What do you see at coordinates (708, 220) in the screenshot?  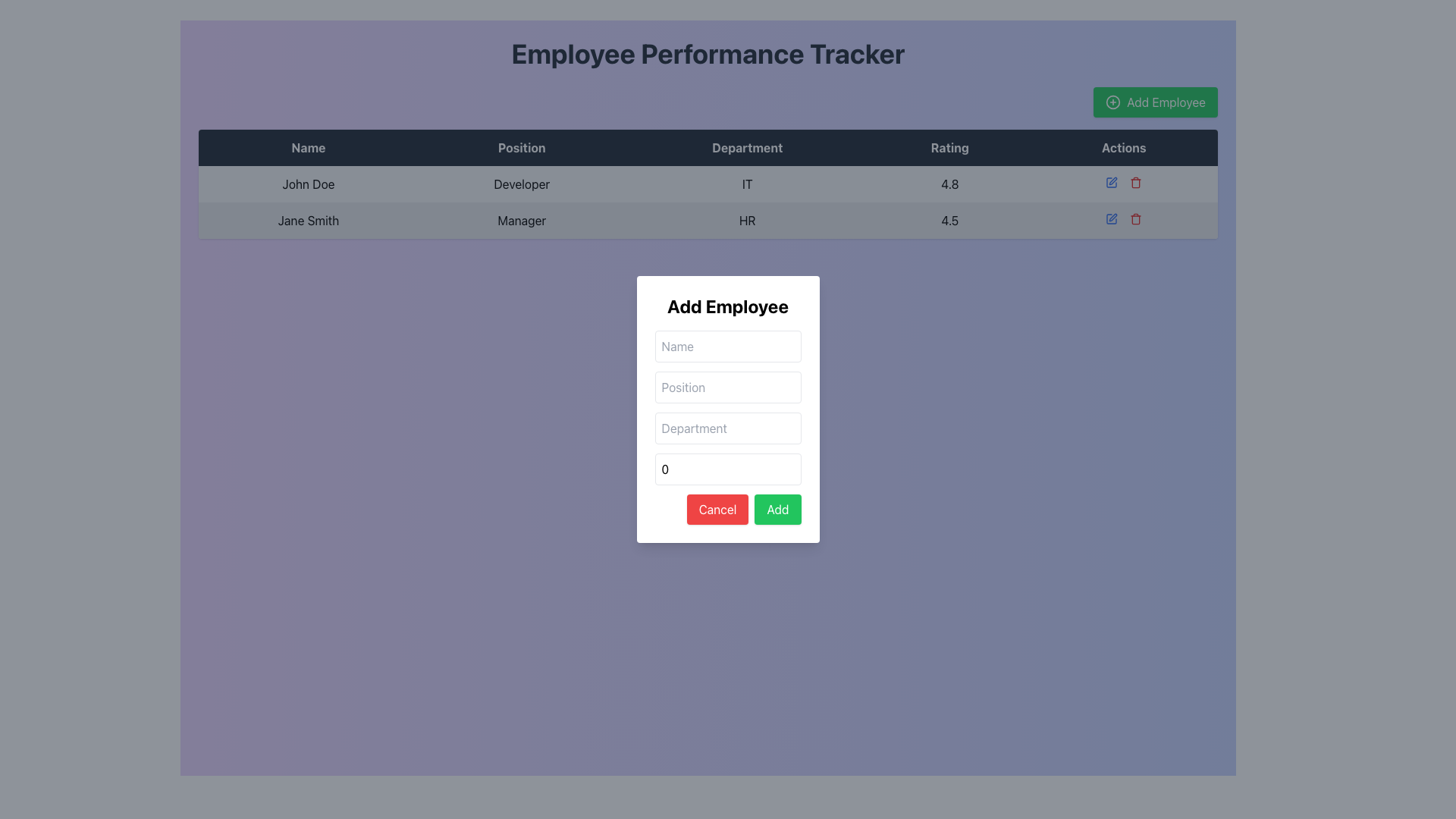 I see `the second row of the employee table` at bounding box center [708, 220].